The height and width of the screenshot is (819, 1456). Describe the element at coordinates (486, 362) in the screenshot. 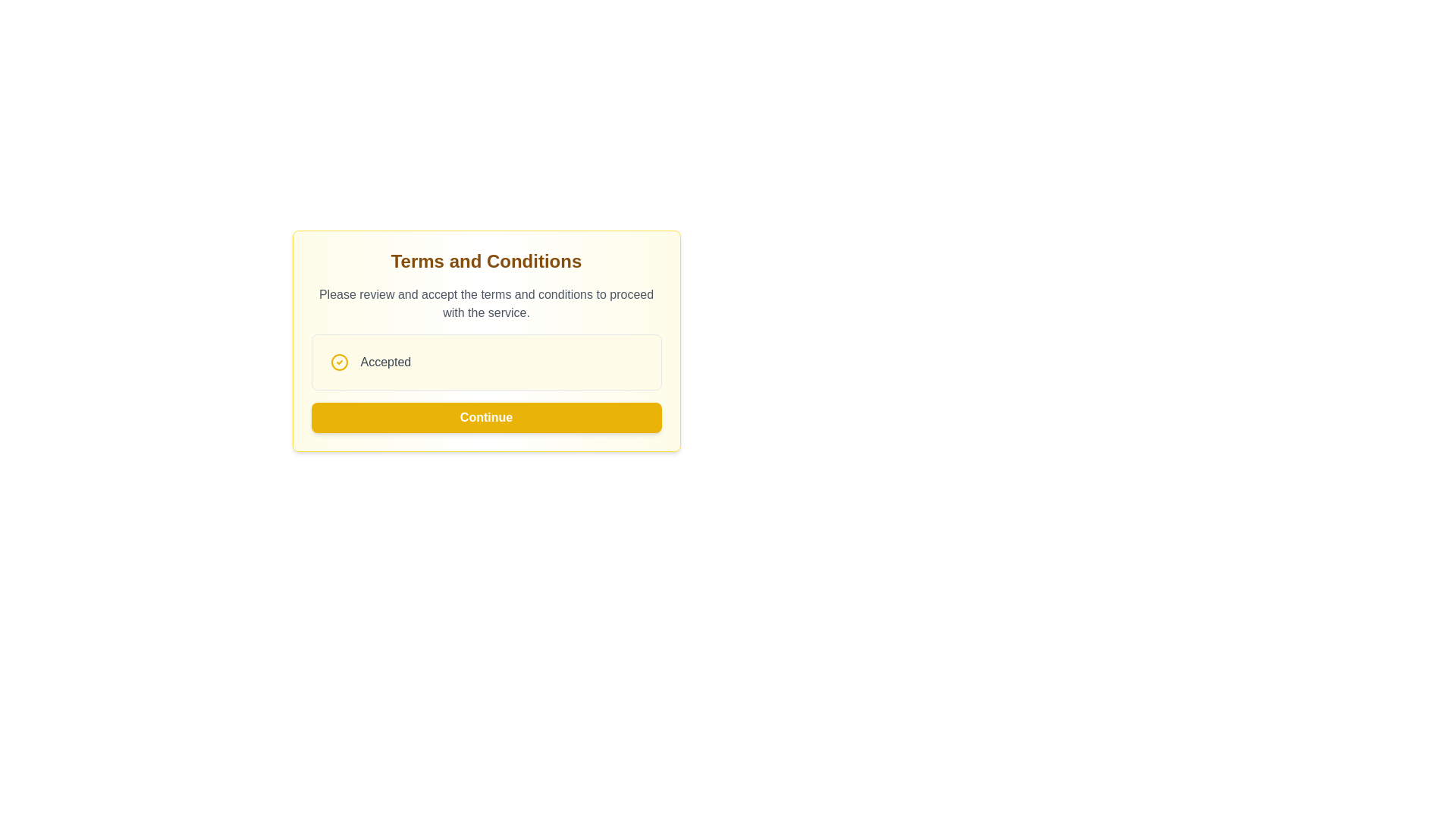

I see `the status indicator box that indicates whether the terms and conditions have been accepted, located below the title 'Terms and Conditions' and above the 'Continue' button` at that location.